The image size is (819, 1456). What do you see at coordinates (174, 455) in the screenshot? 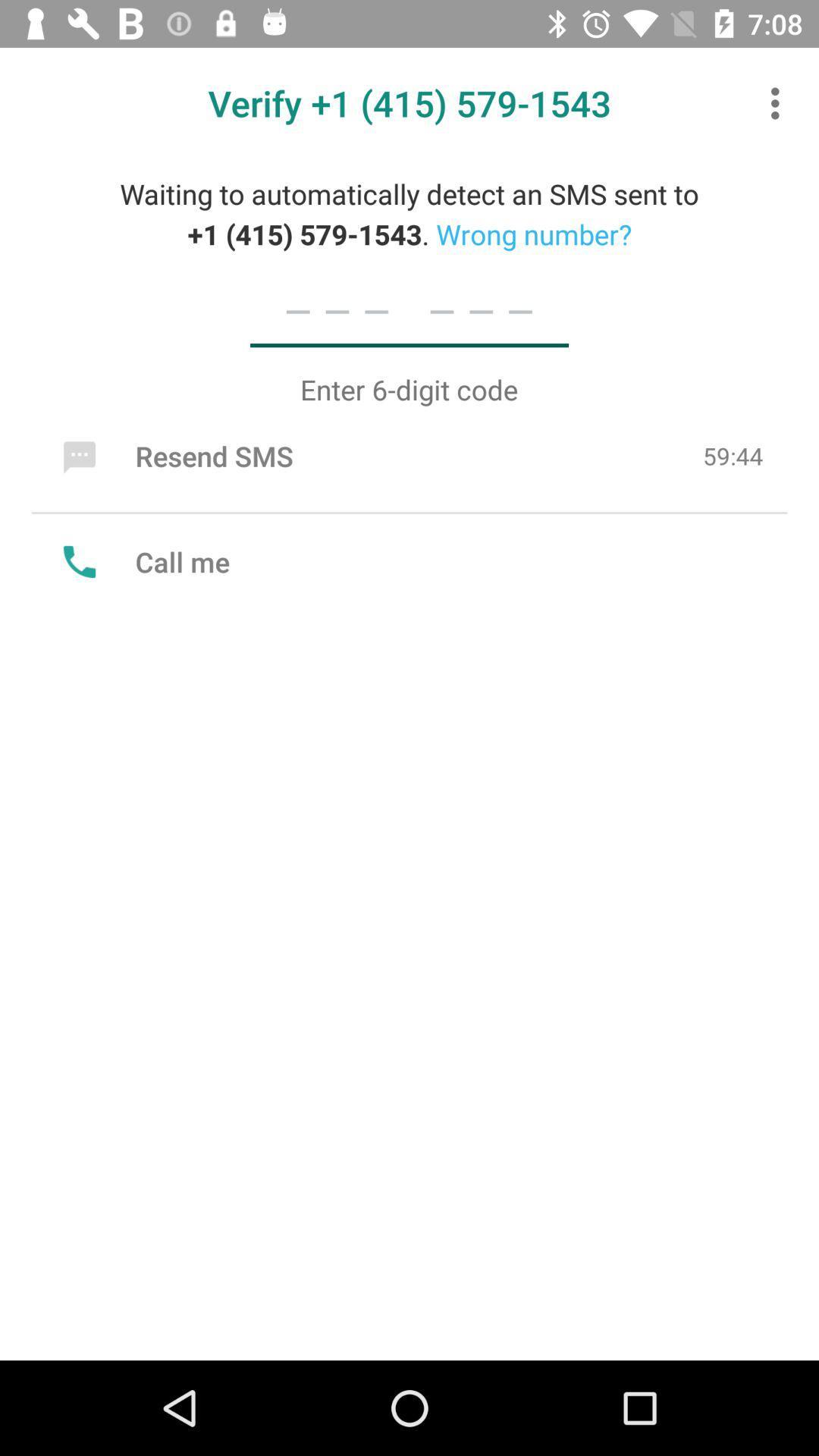
I see `the resend sms item` at bounding box center [174, 455].